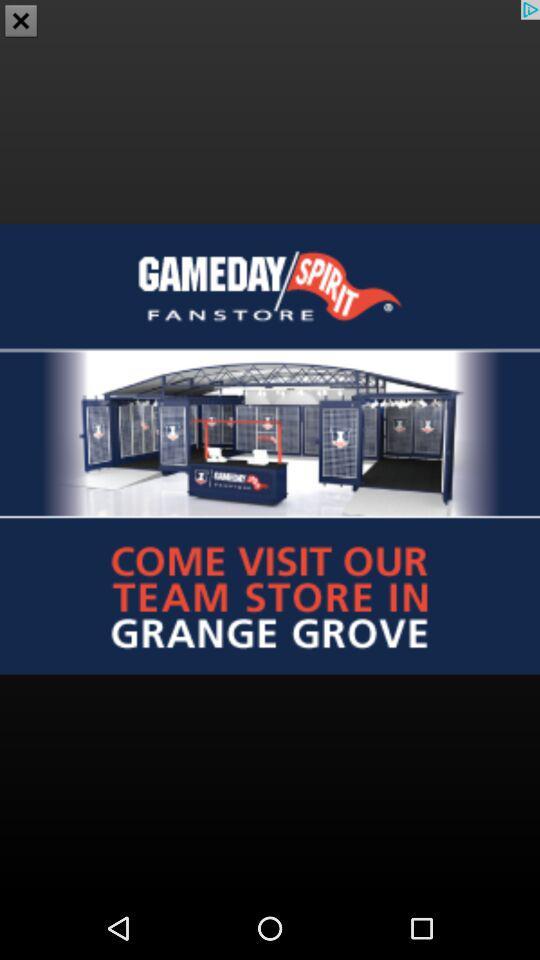 The image size is (540, 960). I want to click on the close icon, so click(20, 21).